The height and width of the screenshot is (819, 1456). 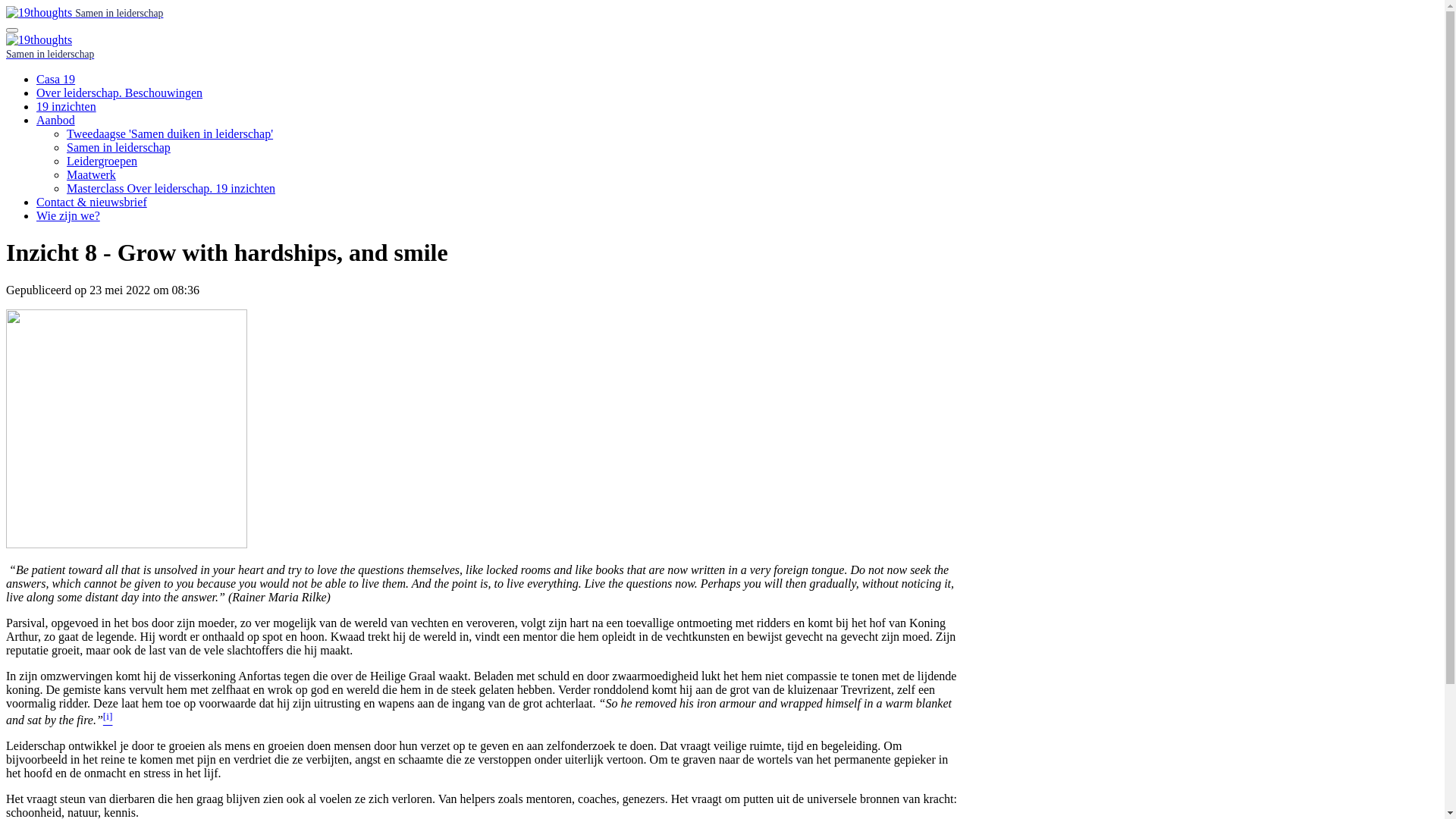 What do you see at coordinates (90, 201) in the screenshot?
I see `'Contact & nieuwsbrief'` at bounding box center [90, 201].